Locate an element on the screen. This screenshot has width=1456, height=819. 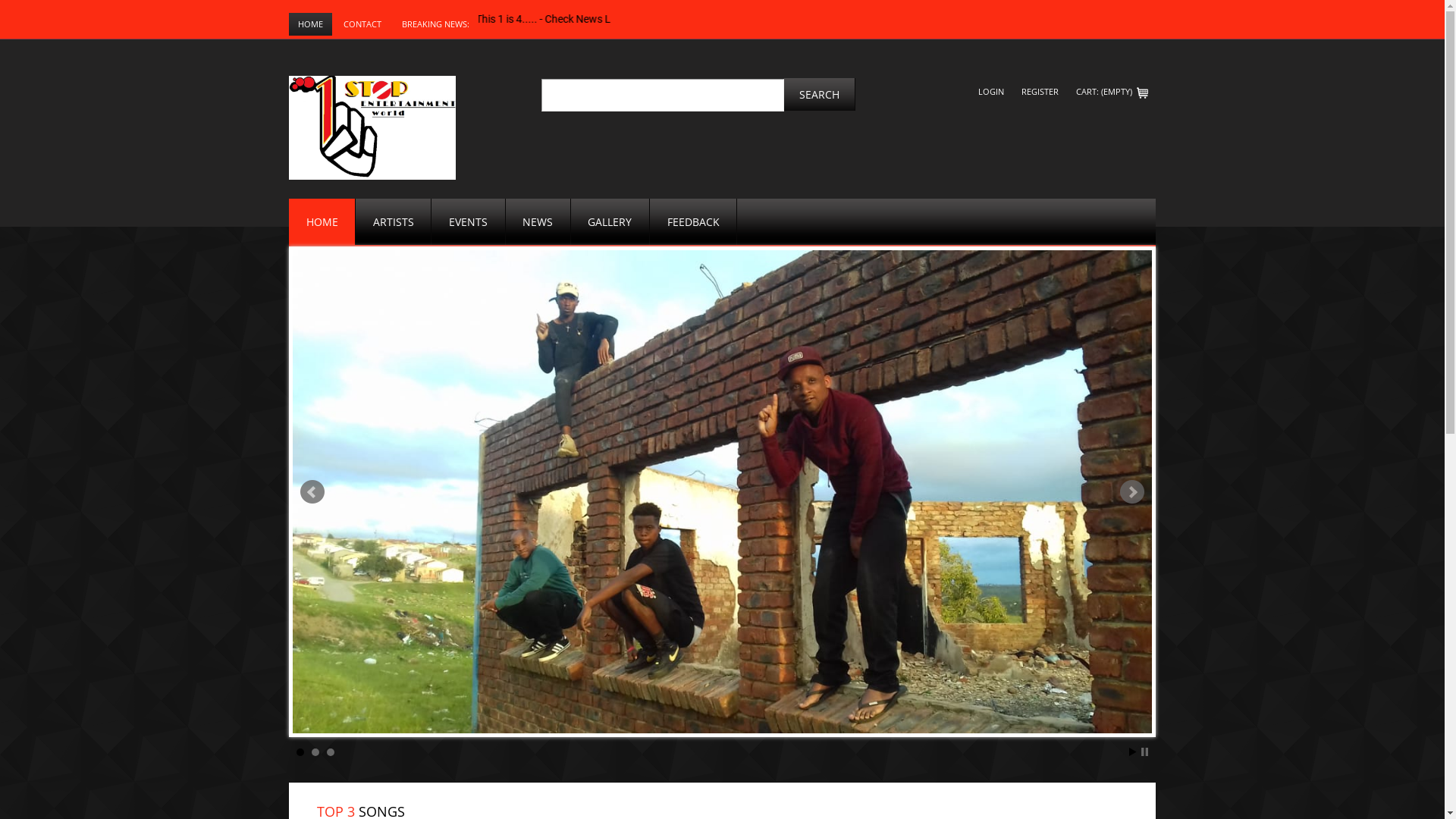
'GALLERY' is located at coordinates (610, 221).